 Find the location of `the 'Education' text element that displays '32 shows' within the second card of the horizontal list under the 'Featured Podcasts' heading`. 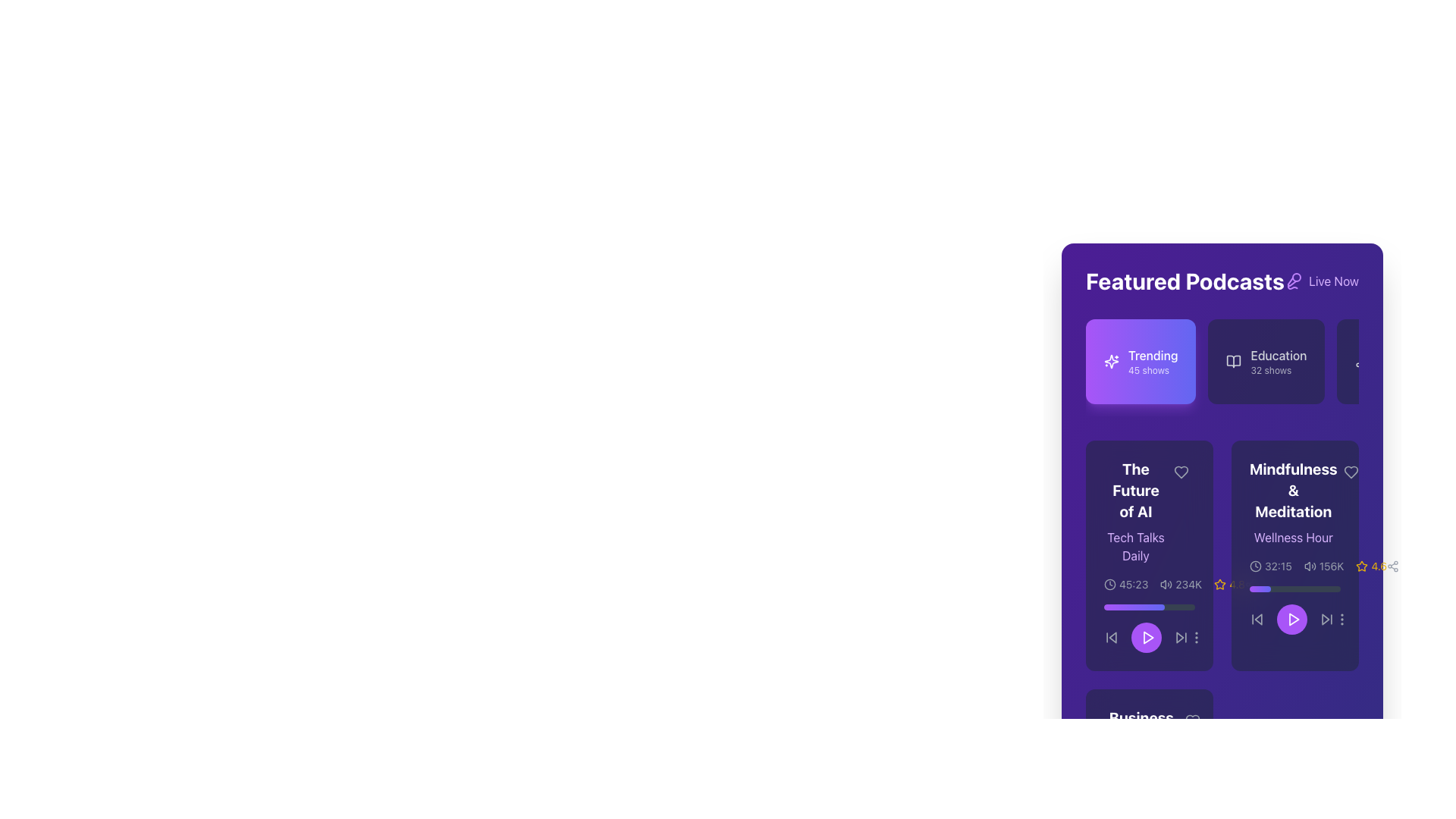

the 'Education' text element that displays '32 shows' within the second card of the horizontal list under the 'Featured Podcasts' heading is located at coordinates (1278, 362).